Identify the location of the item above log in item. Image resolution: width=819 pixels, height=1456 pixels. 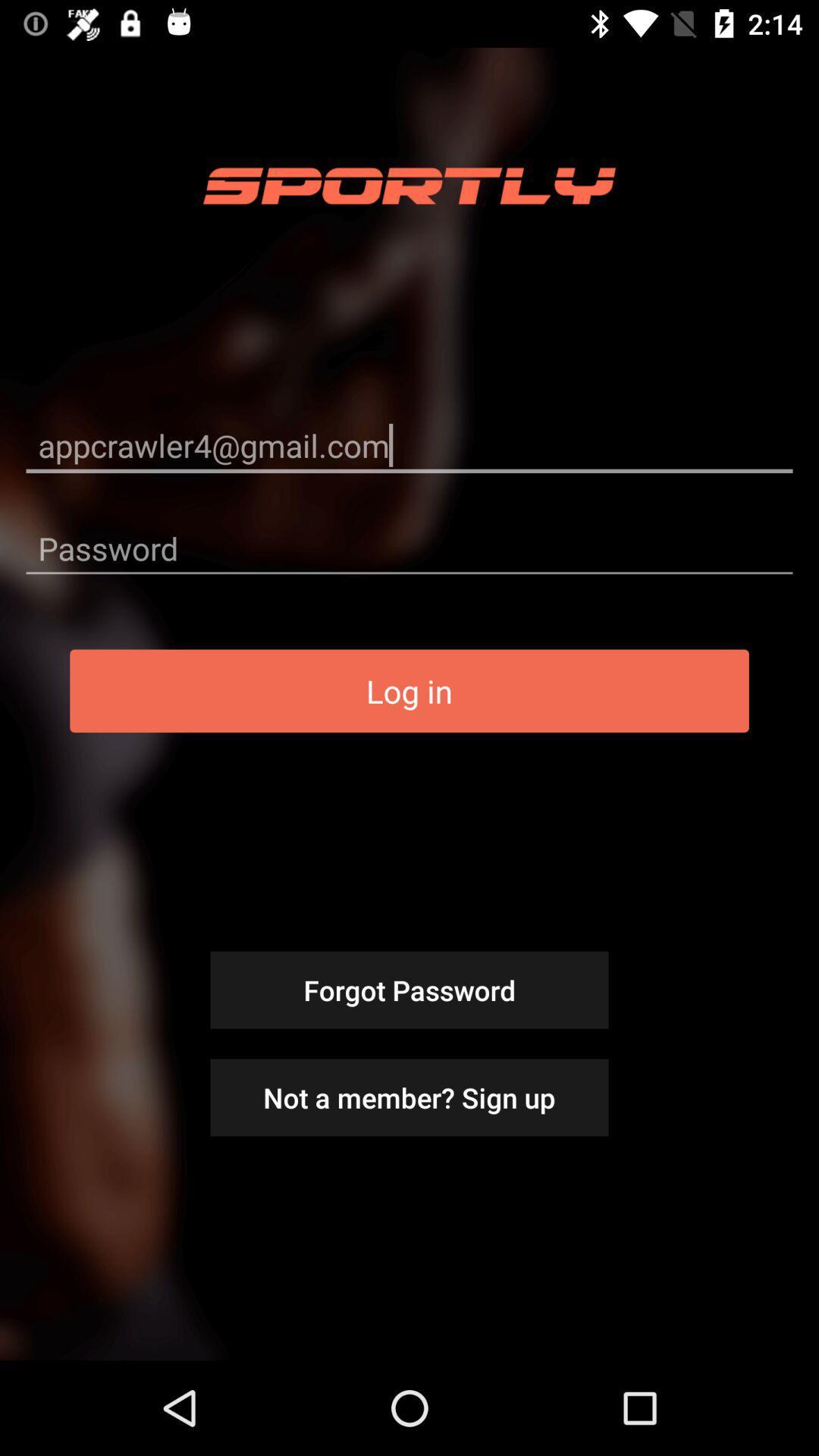
(409, 548).